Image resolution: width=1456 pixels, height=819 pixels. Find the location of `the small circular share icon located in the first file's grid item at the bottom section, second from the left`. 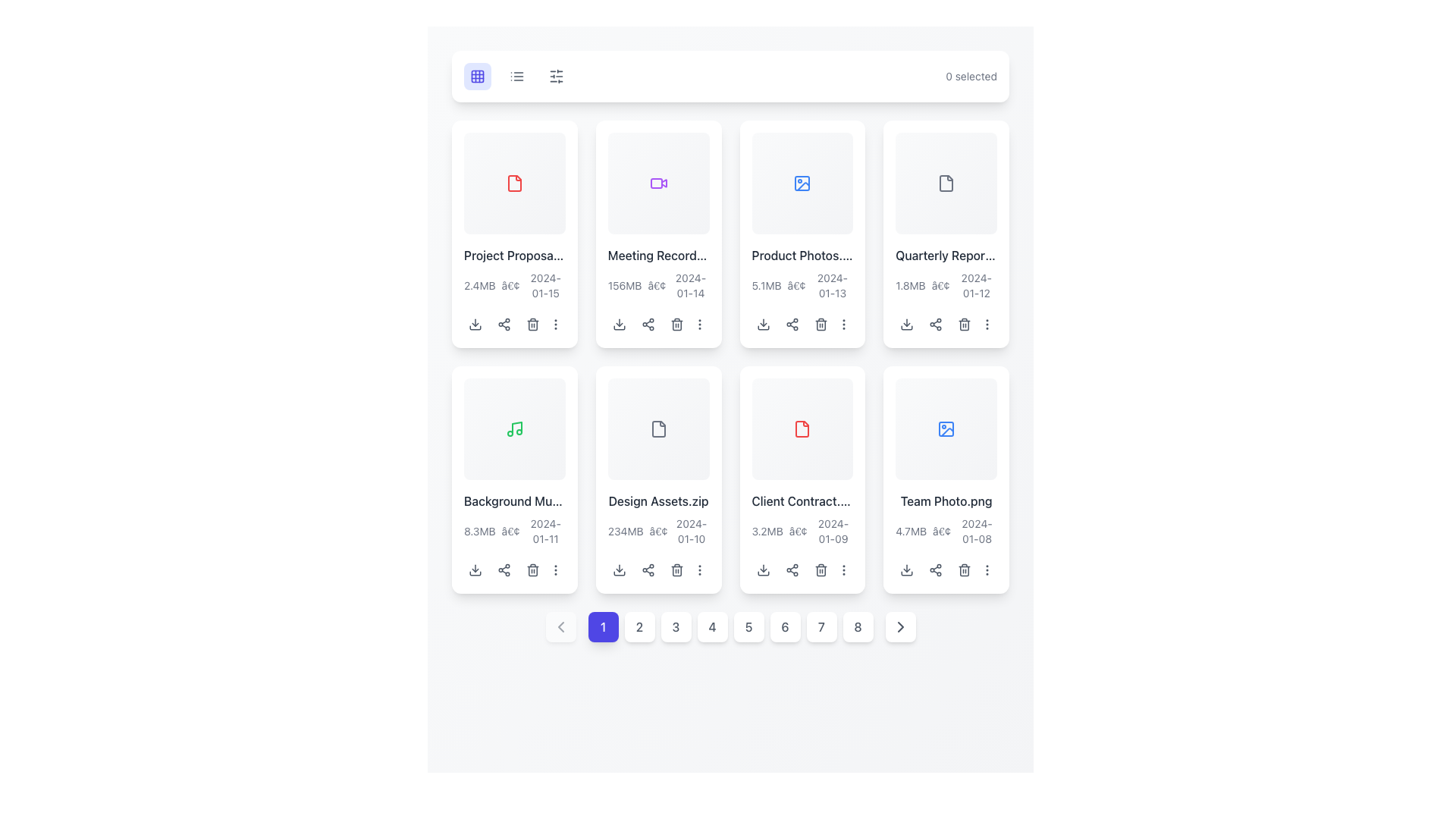

the small circular share icon located in the first file's grid item at the bottom section, second from the left is located at coordinates (504, 323).